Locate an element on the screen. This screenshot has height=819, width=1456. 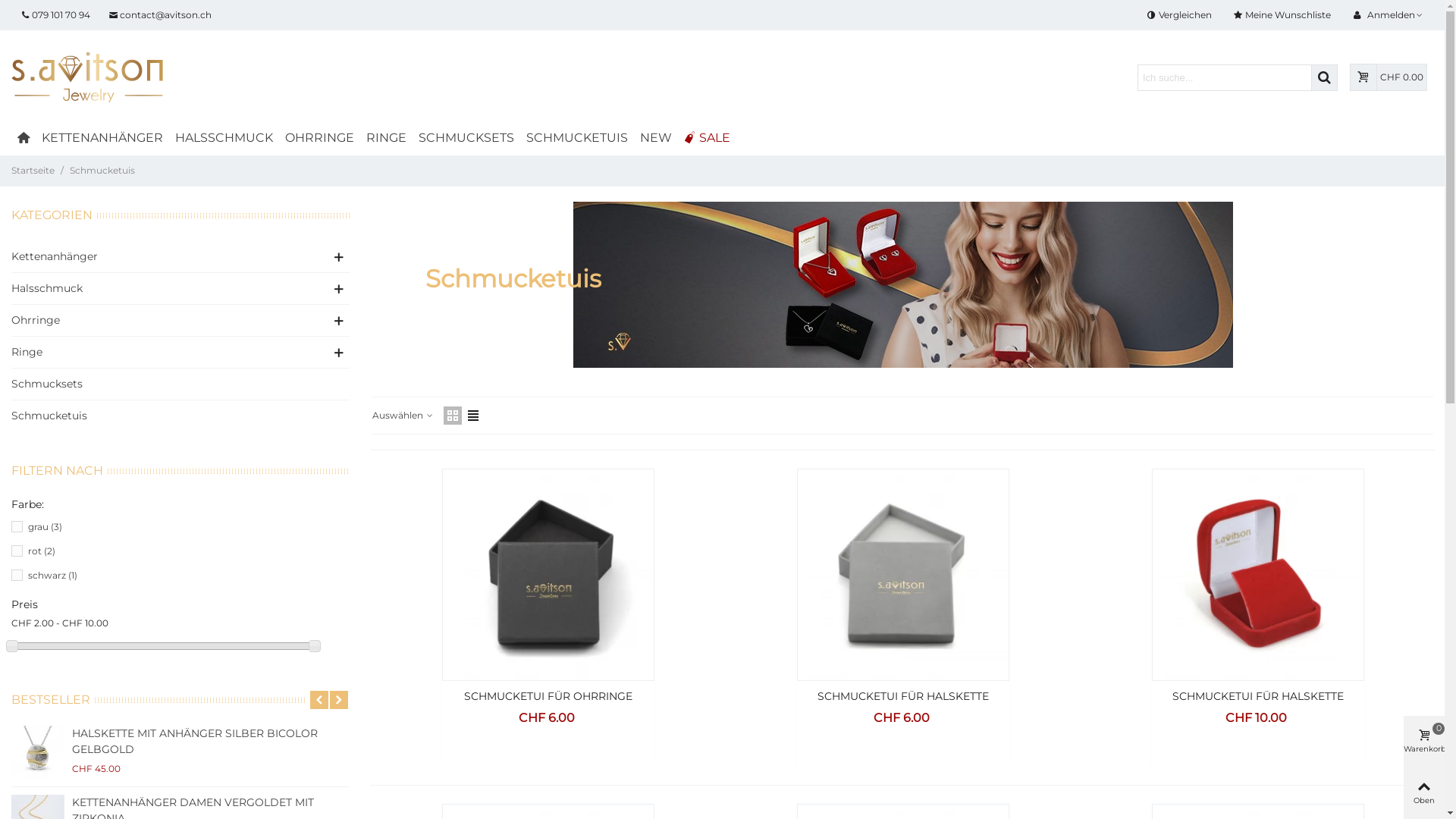
'Vergleichen' is located at coordinates (1137, 14).